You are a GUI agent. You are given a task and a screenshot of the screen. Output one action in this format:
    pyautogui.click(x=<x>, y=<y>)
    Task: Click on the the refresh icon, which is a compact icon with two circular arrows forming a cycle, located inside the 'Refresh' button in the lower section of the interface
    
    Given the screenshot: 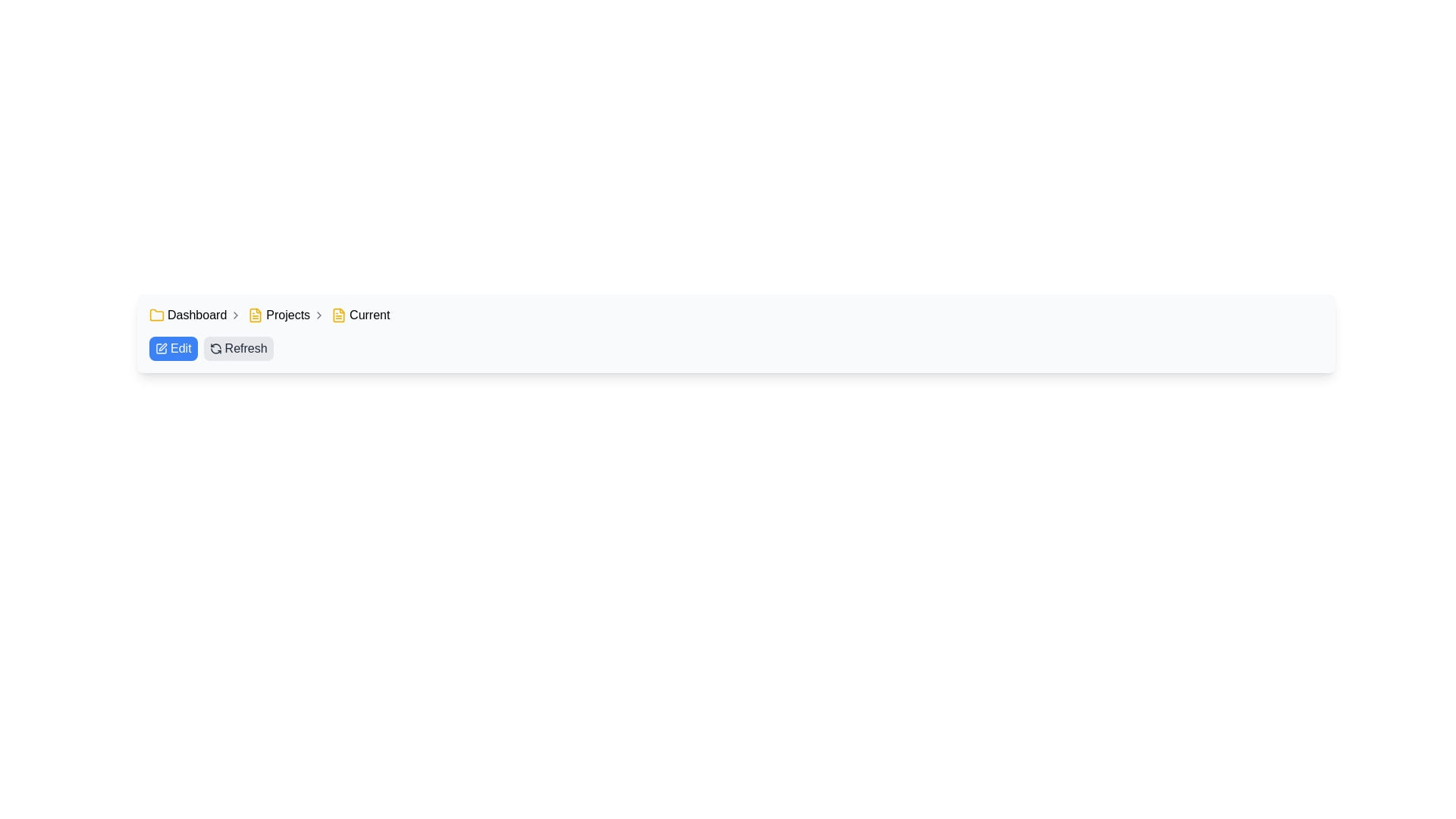 What is the action you would take?
    pyautogui.click(x=215, y=348)
    